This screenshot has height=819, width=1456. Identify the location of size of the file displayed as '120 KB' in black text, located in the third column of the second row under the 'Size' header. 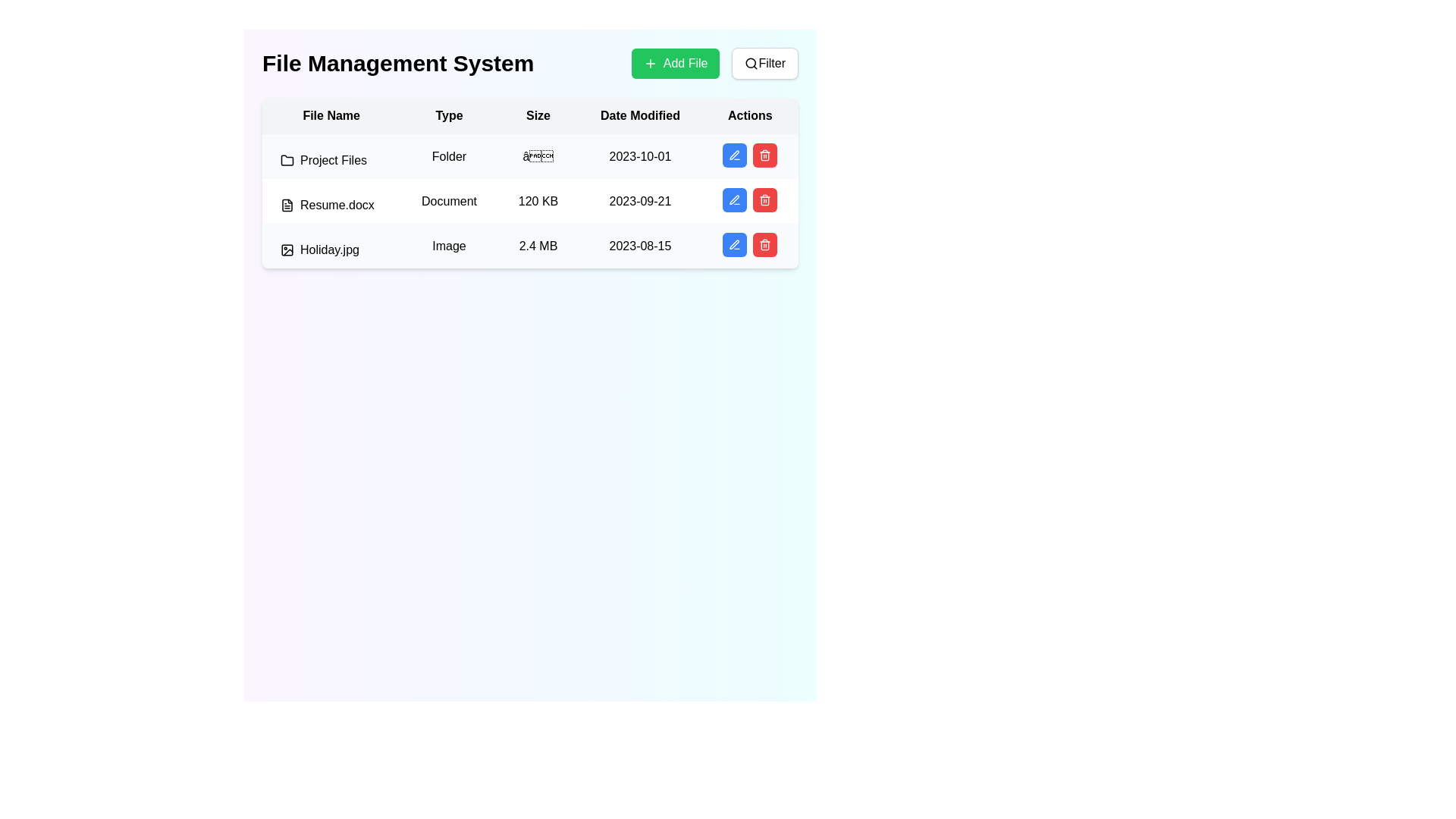
(538, 200).